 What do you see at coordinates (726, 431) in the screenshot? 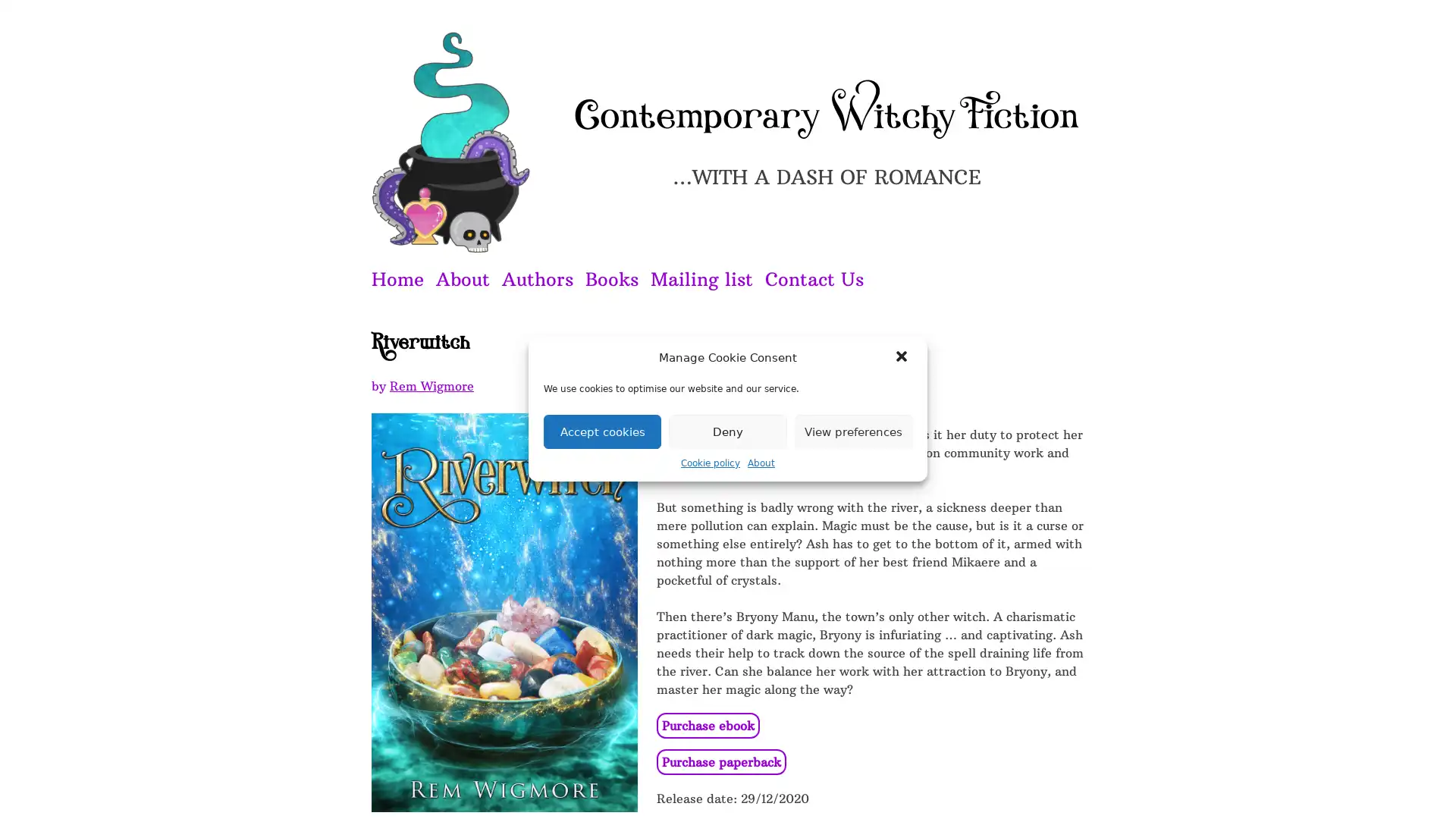
I see `Deny` at bounding box center [726, 431].